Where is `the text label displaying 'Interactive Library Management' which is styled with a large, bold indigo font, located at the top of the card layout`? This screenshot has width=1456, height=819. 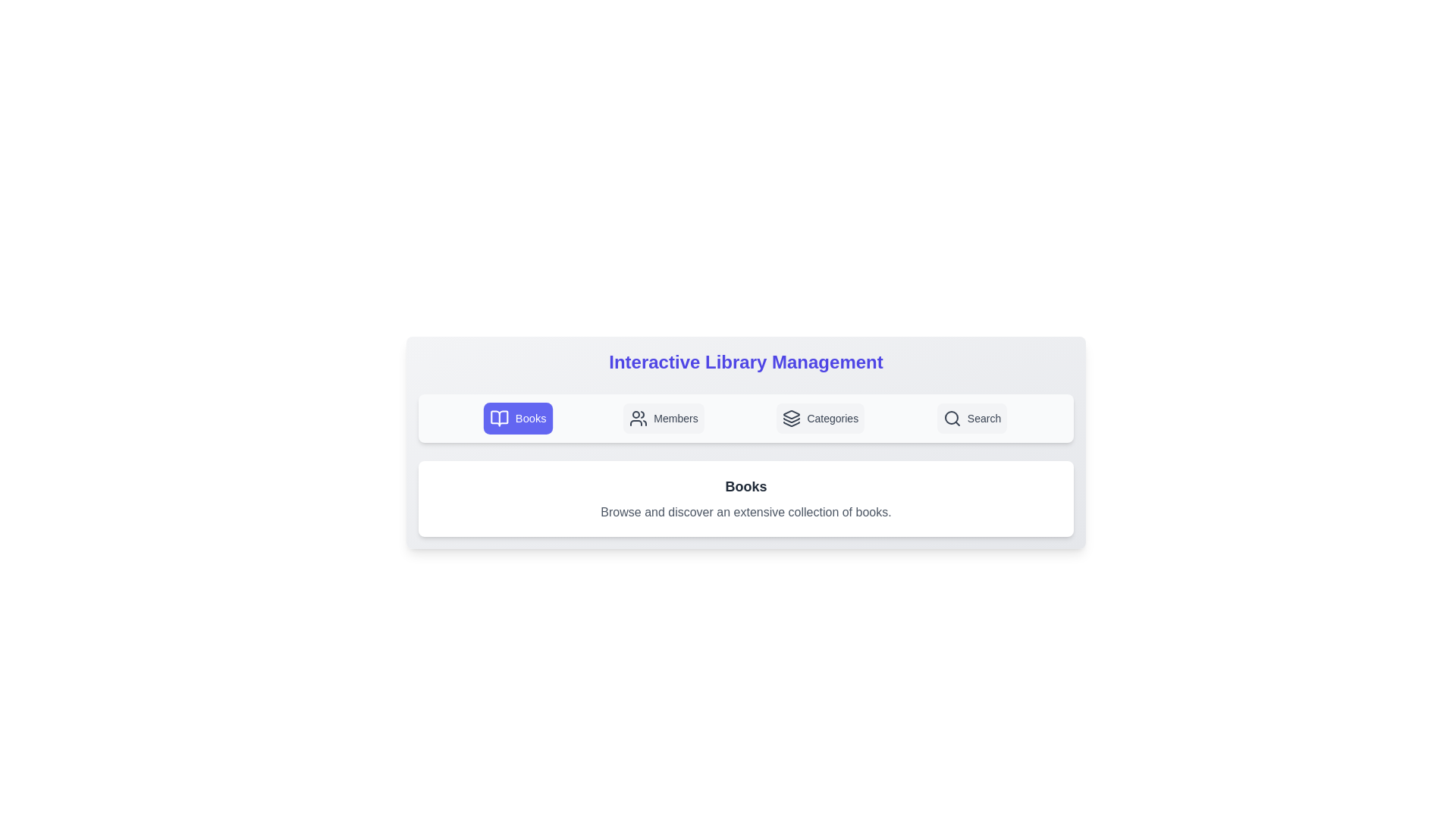
the text label displaying 'Interactive Library Management' which is styled with a large, bold indigo font, located at the top of the card layout is located at coordinates (745, 362).